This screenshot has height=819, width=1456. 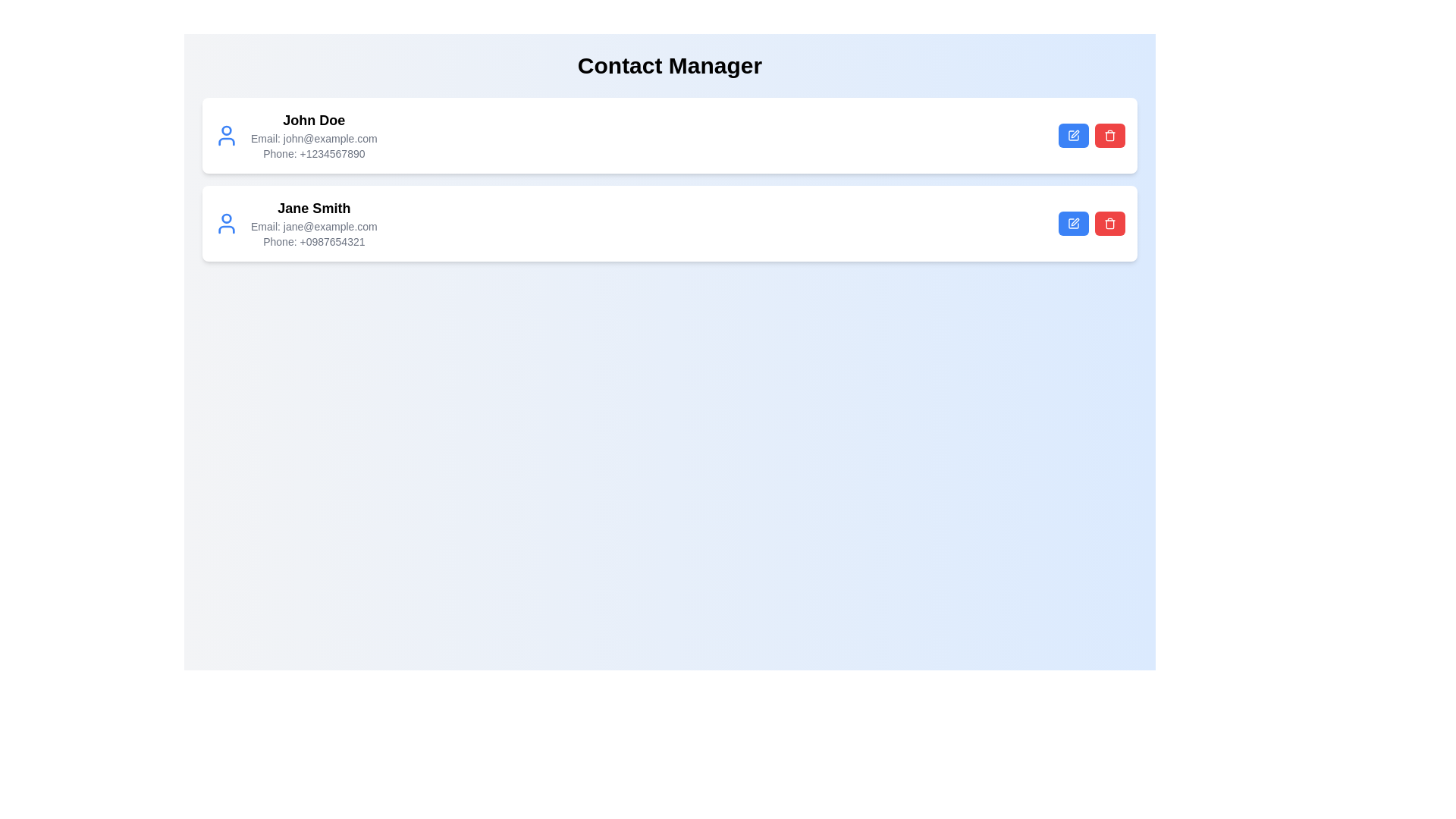 I want to click on the static text display showing the email address 'Email: john@example.com', located beneath 'John Doe' and above the phone number '+1234567890', so click(x=313, y=138).